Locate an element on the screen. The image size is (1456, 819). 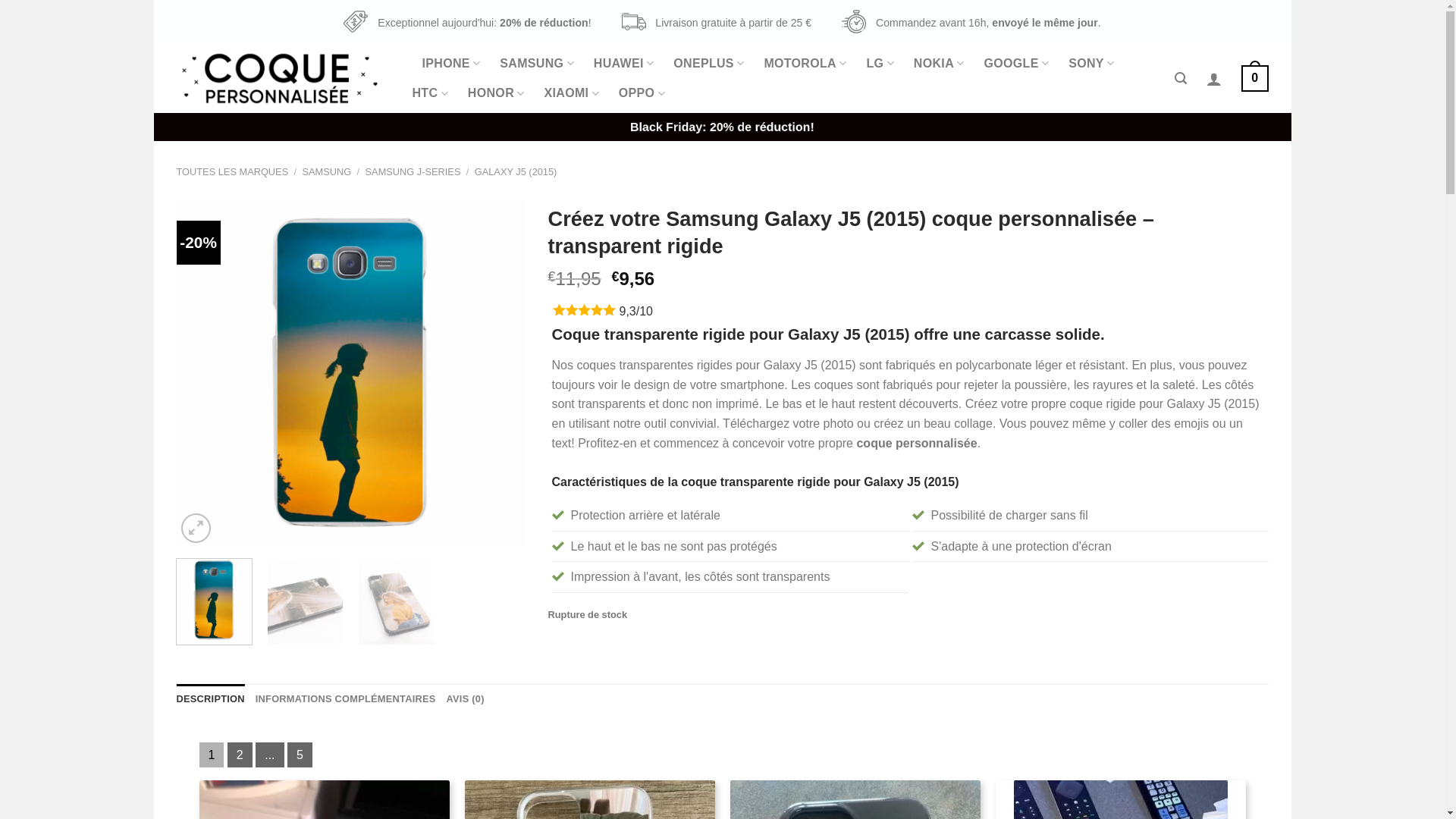
'SAMSUNG' is located at coordinates (499, 62).